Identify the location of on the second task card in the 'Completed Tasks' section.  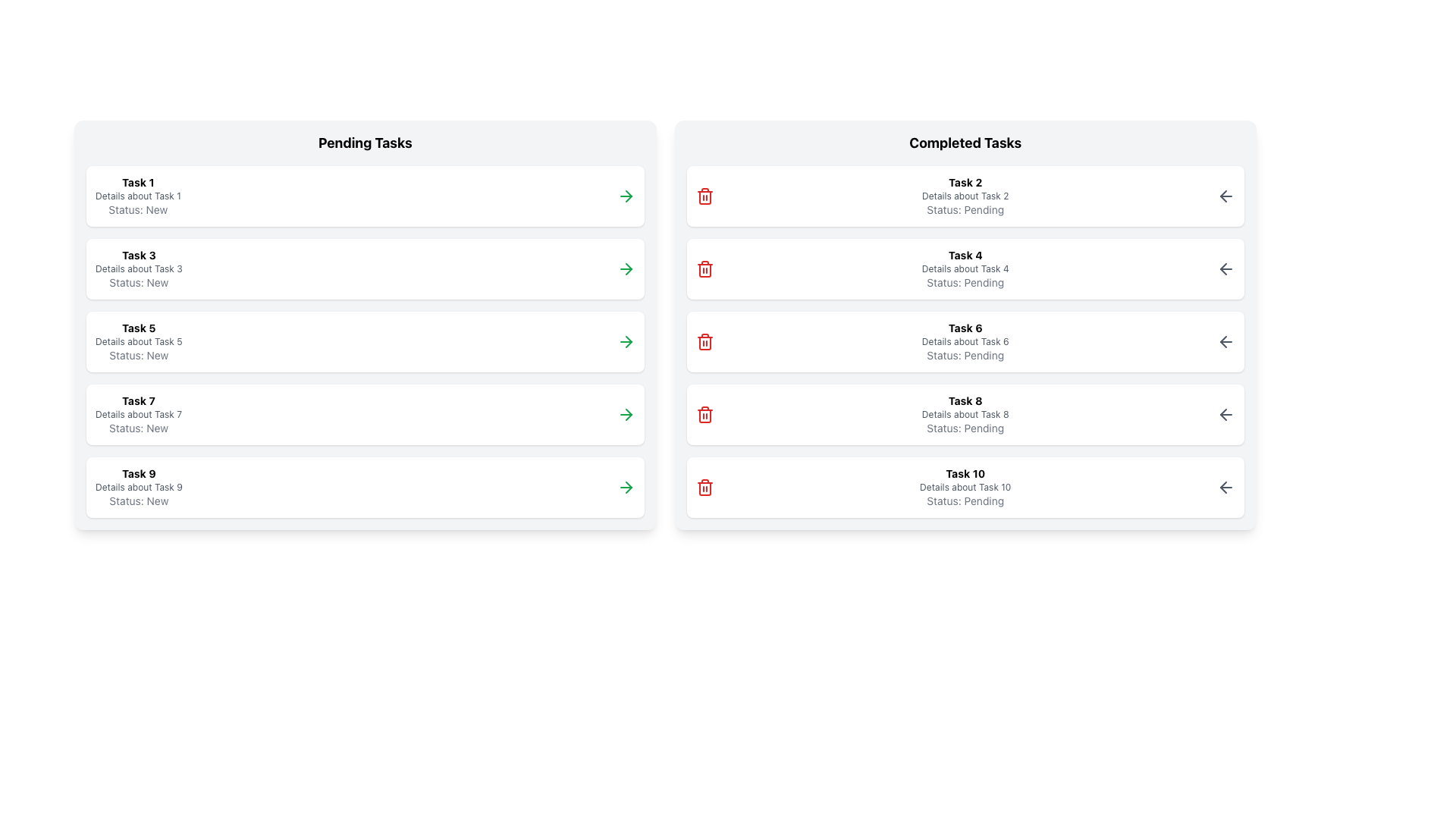
(965, 268).